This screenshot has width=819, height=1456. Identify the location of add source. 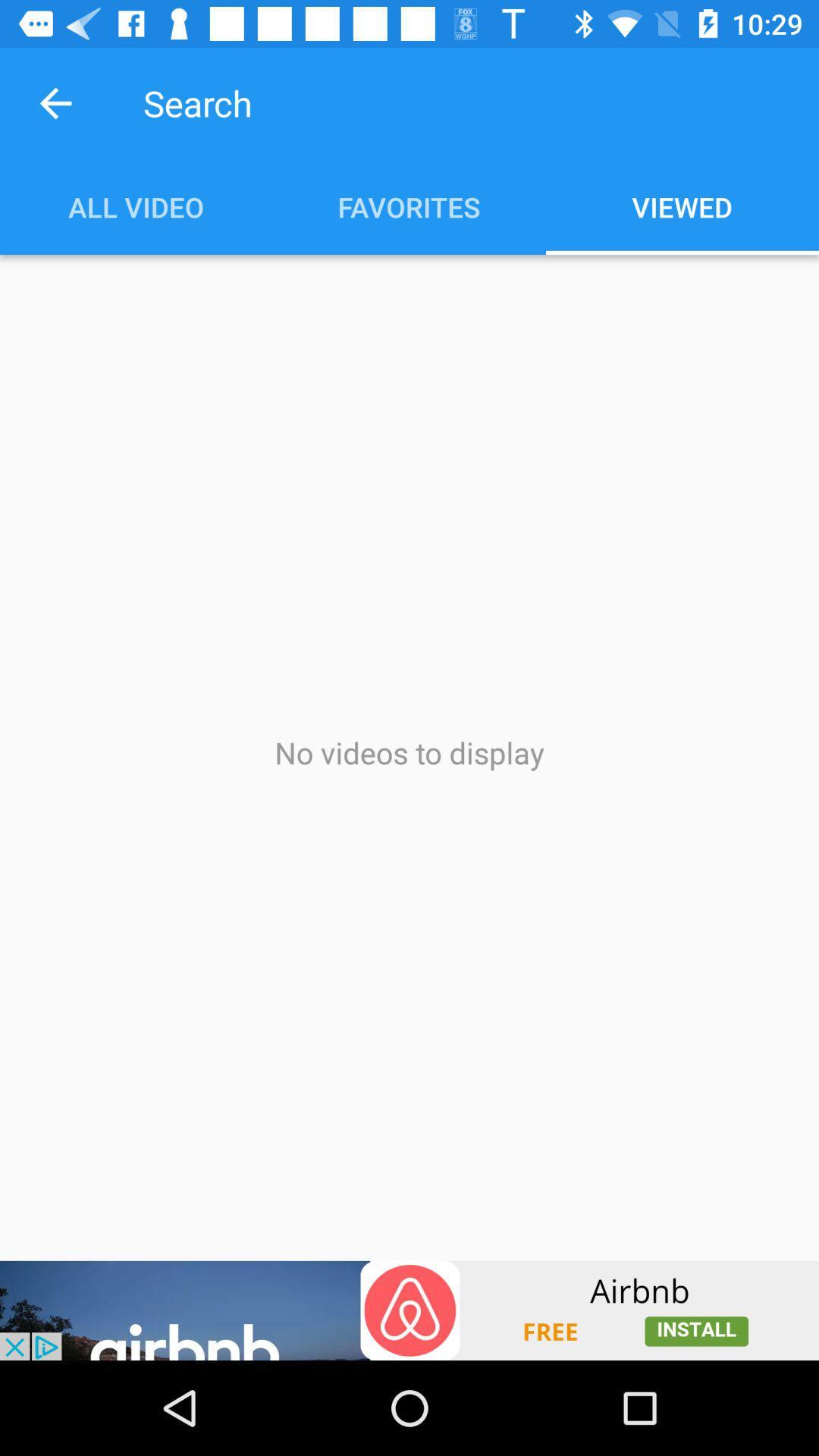
(409, 1310).